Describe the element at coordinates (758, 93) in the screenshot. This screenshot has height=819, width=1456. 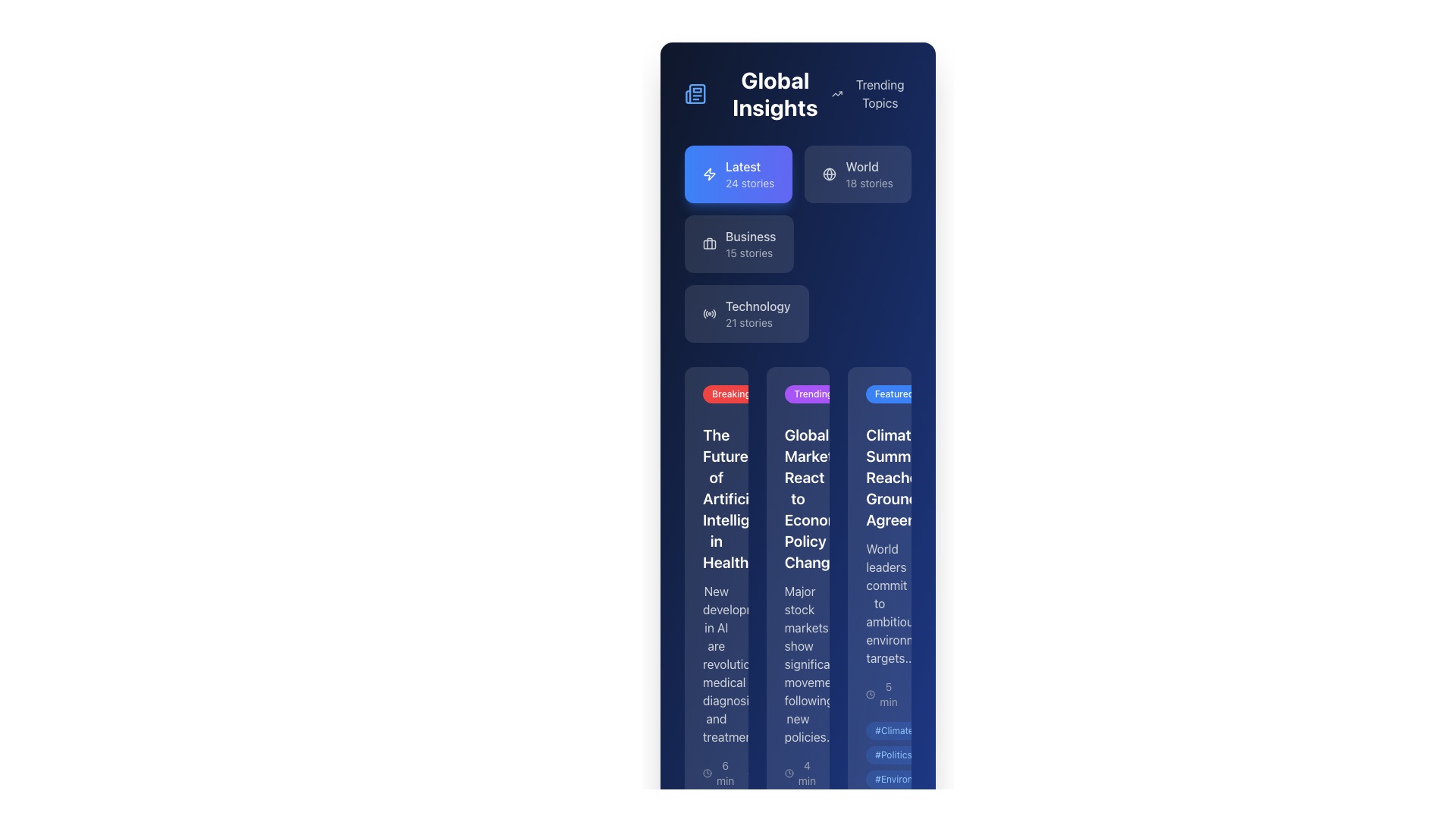
I see `the leftmost heading element that indicates a thematic area of the interface` at that location.